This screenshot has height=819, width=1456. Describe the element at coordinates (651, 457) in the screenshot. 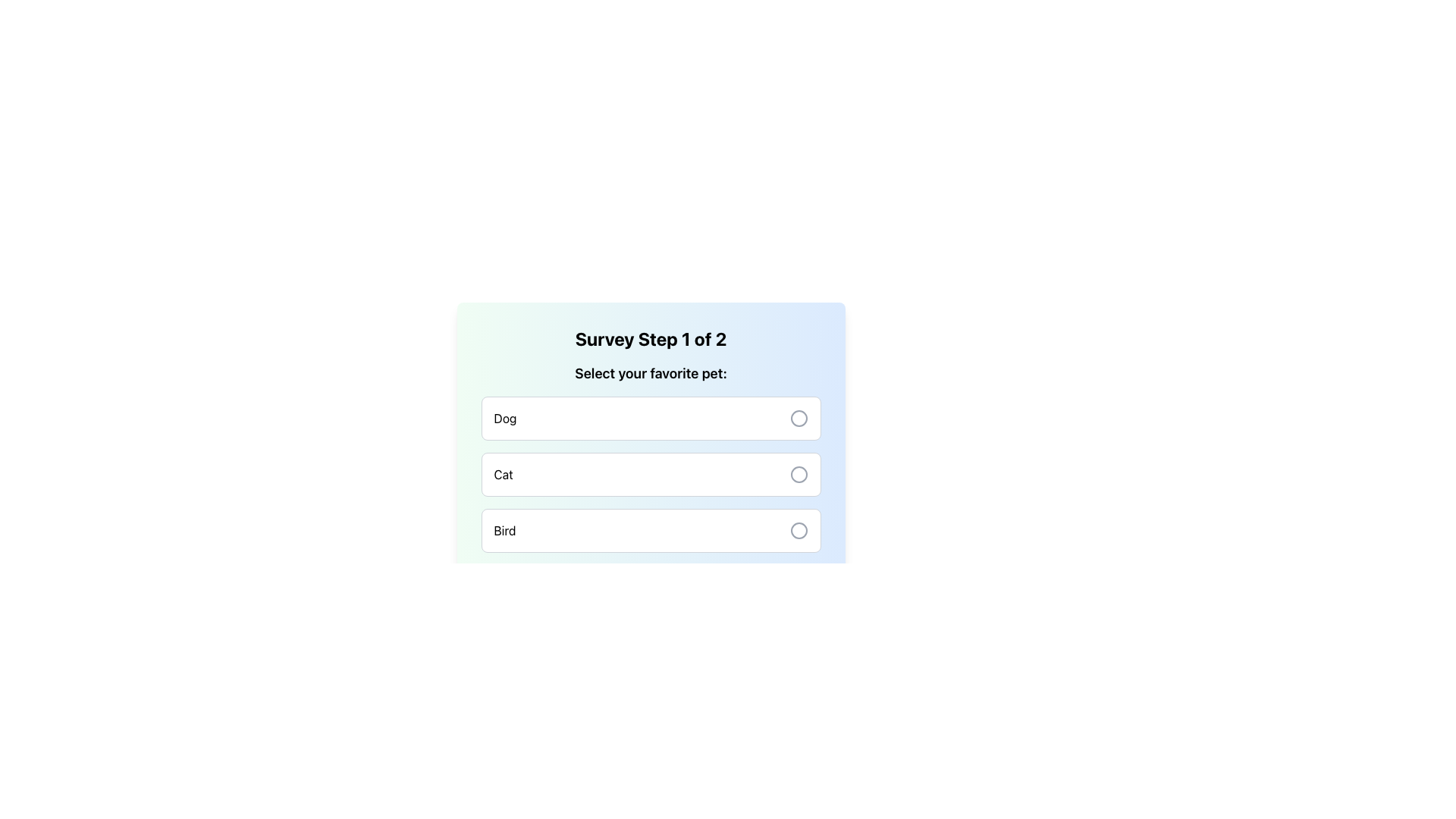

I see `provided options from the grouped selection component labeled 'Select your favorite pet: Dog Cat Bird', which includes three selectable options for pets` at that location.